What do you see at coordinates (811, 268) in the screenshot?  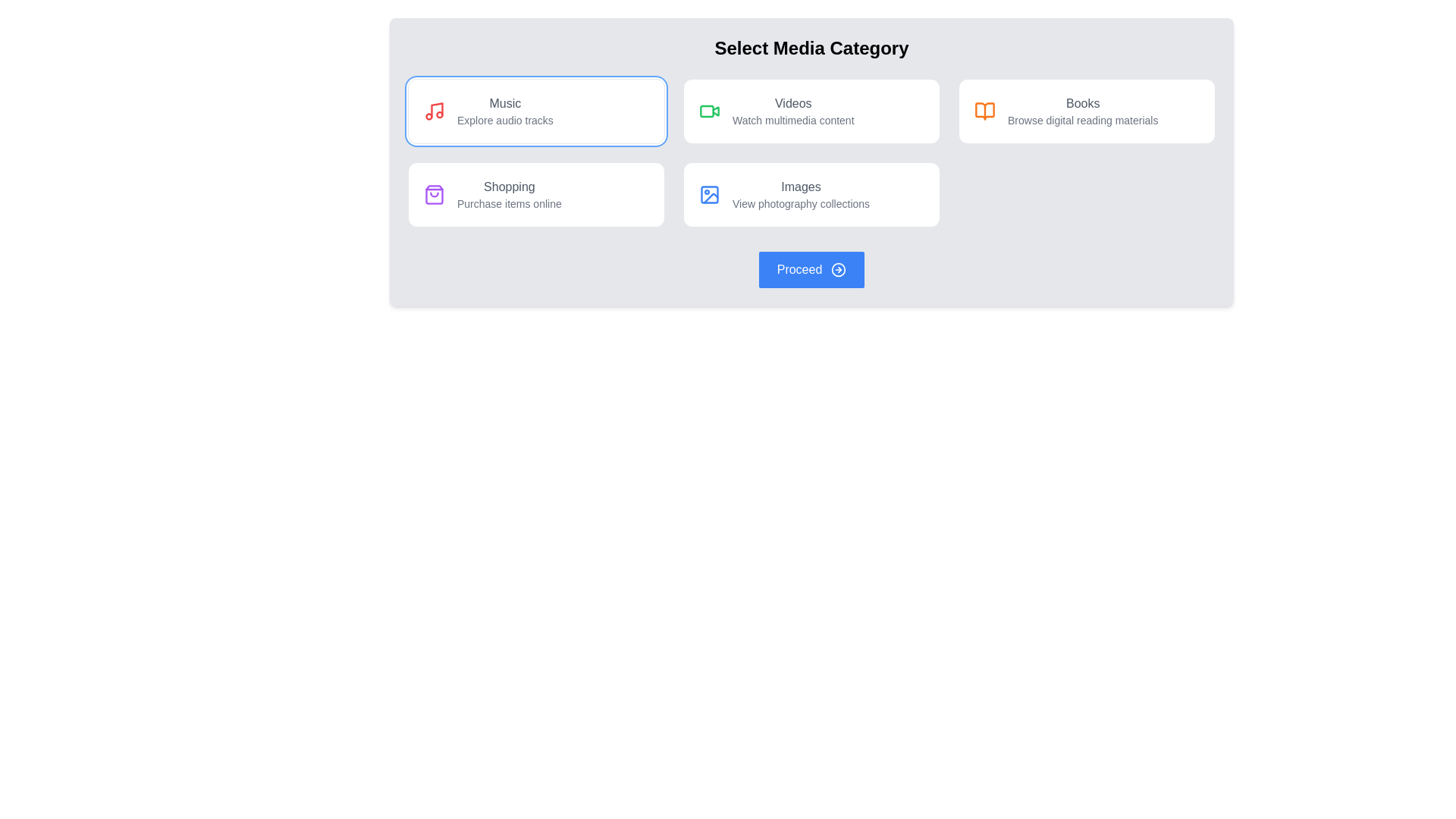 I see `the interactive button located at the bottom center of the interface to observe its hover effects before proceeding` at bounding box center [811, 268].